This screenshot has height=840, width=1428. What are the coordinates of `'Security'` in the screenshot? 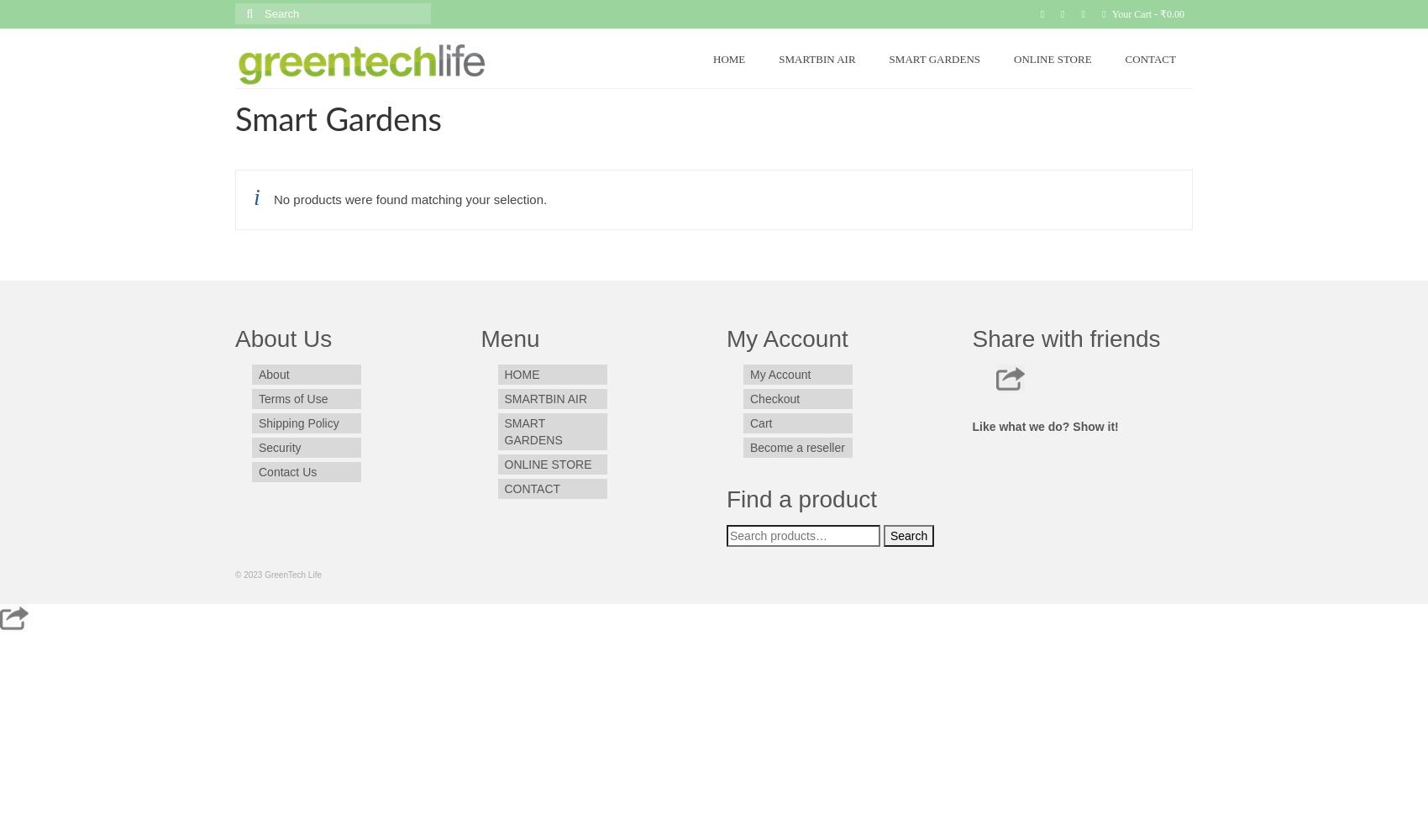 It's located at (279, 448).